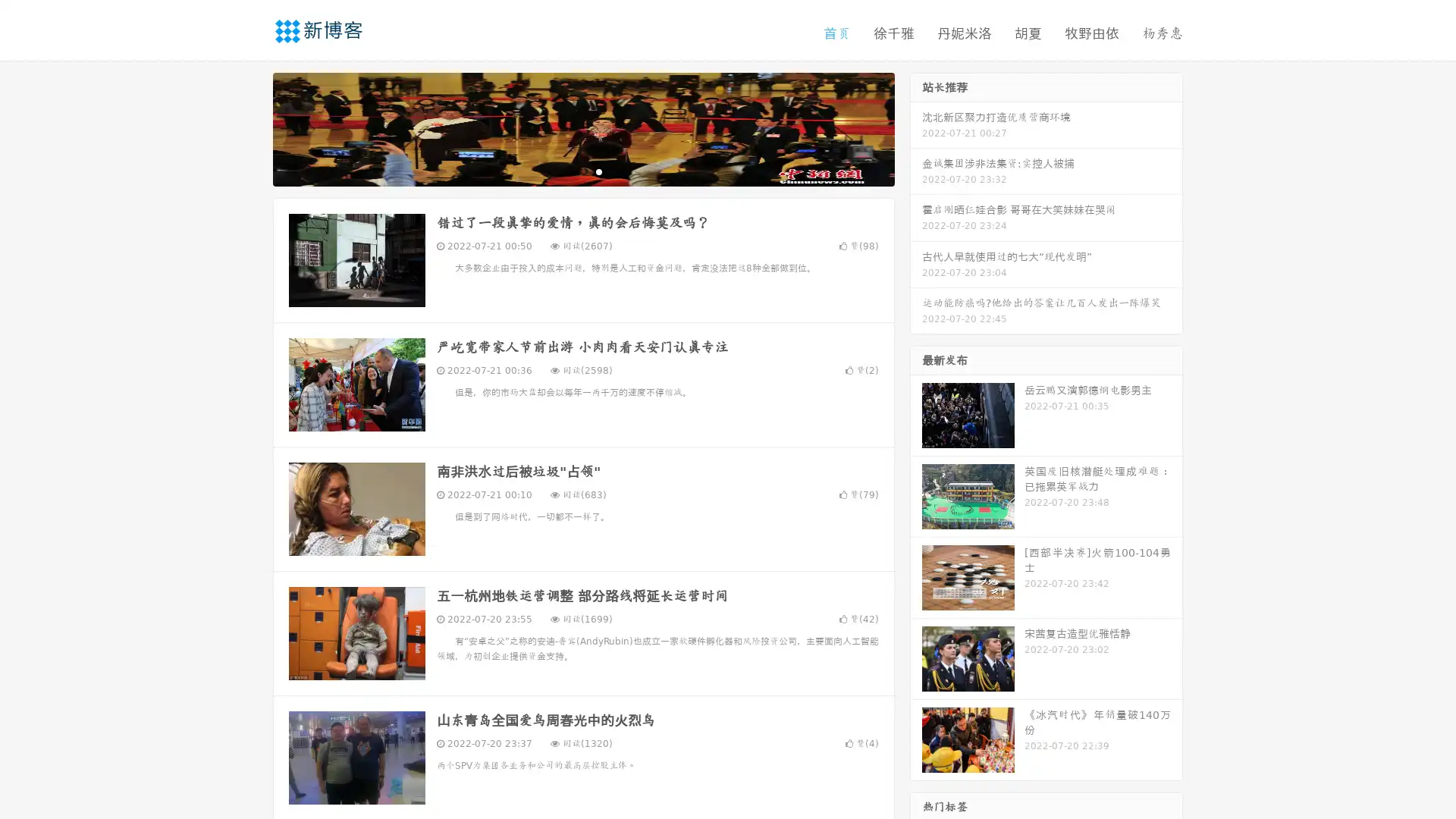 The width and height of the screenshot is (1456, 819). I want to click on Go to slide 1, so click(567, 171).